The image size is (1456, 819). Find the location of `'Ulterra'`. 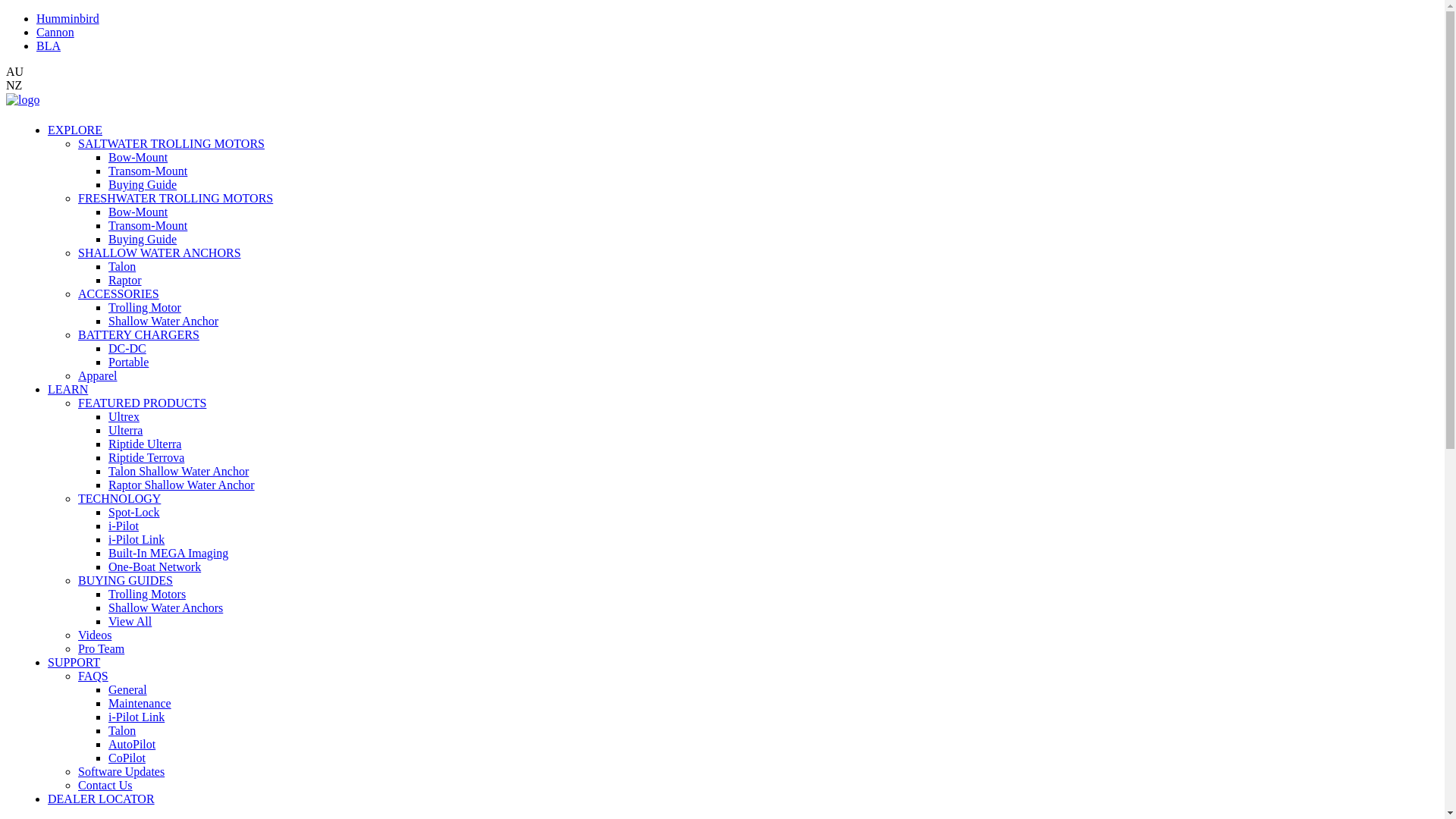

'Ulterra' is located at coordinates (125, 430).